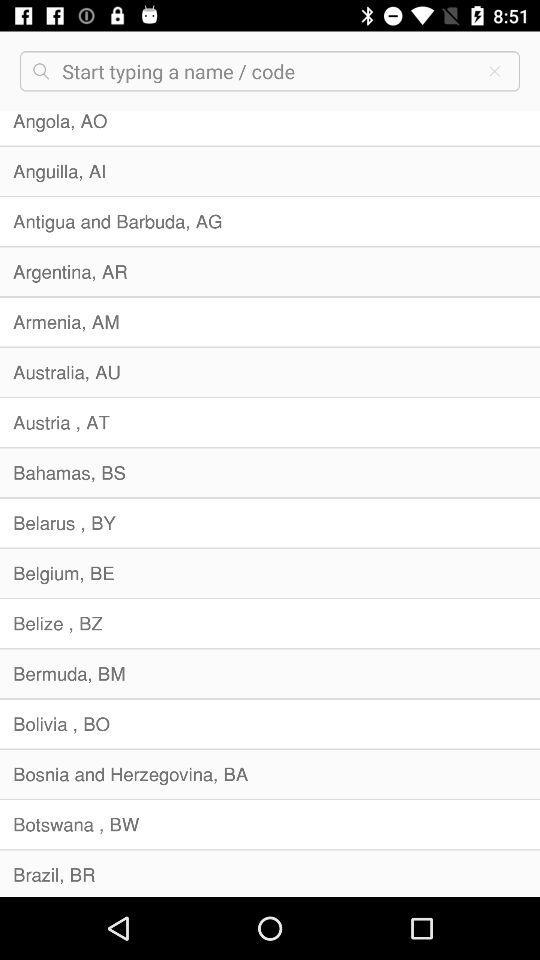  Describe the element at coordinates (270, 824) in the screenshot. I see `item below bosnia and herzegovina` at that location.